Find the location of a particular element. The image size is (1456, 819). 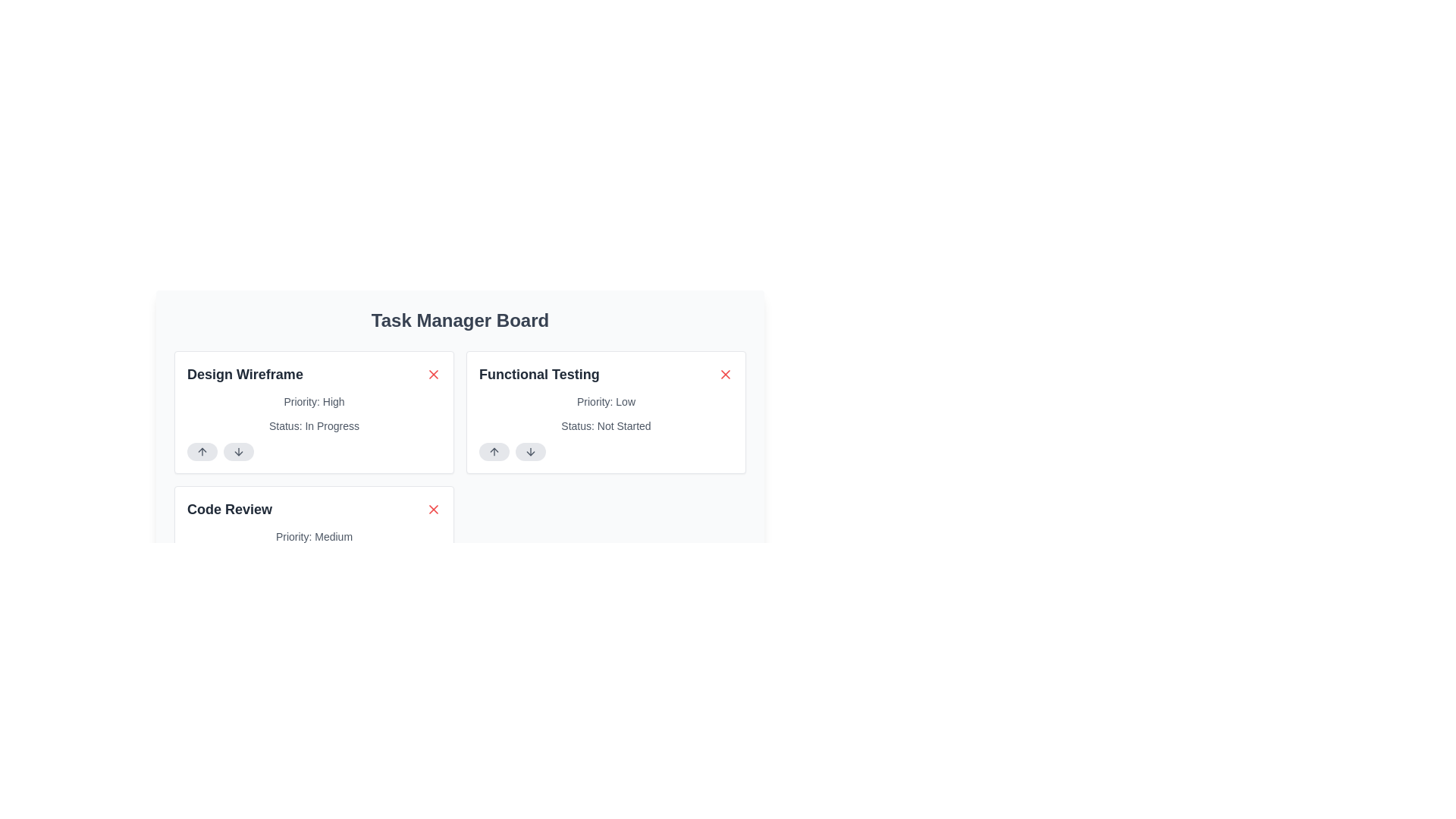

the small, upward-pointing arrow icon button located at the lower-left corner of the 'Design Wireframe' task card is located at coordinates (202, 451).